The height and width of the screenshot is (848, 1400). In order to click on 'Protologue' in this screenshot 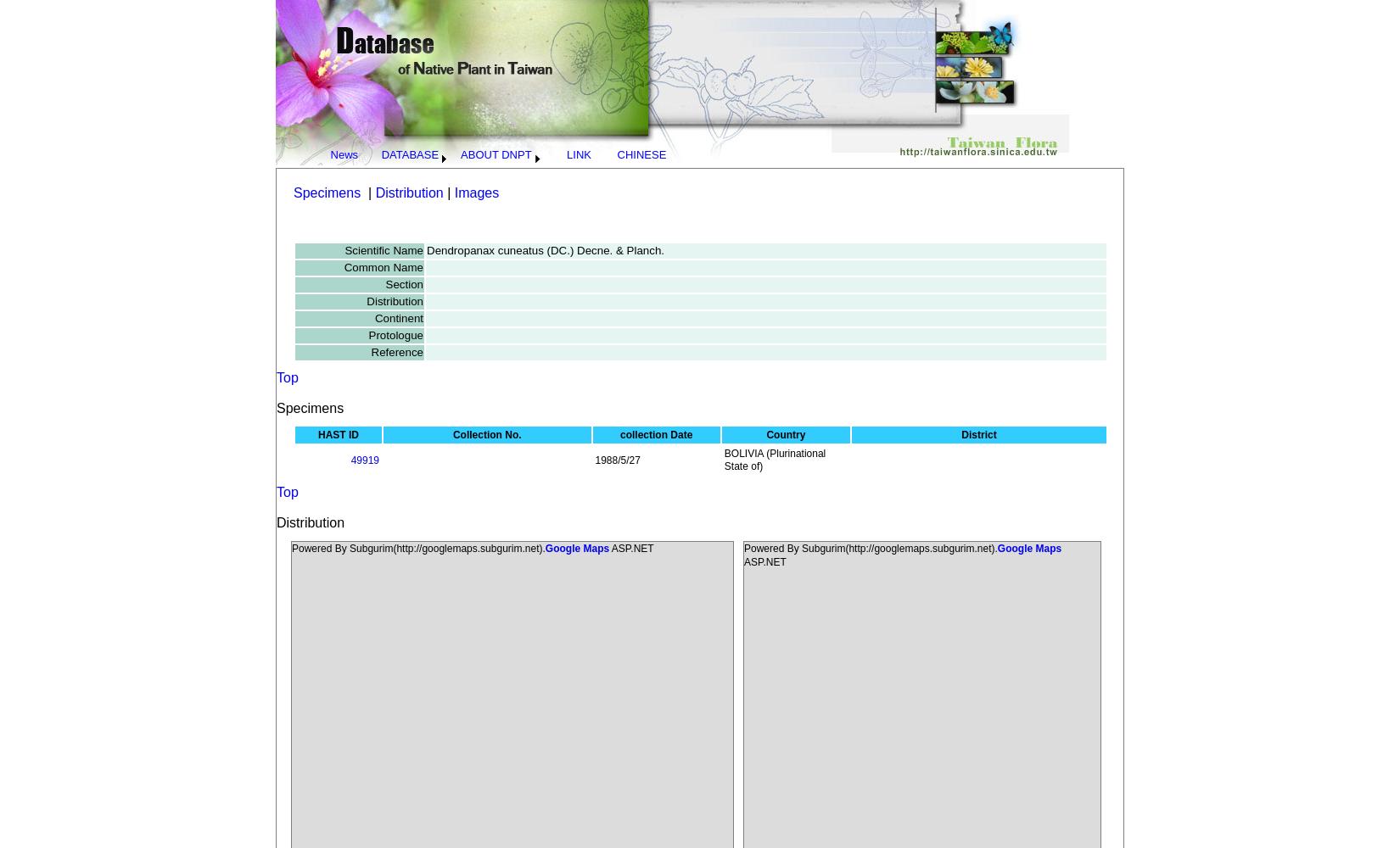, I will do `click(367, 335)`.